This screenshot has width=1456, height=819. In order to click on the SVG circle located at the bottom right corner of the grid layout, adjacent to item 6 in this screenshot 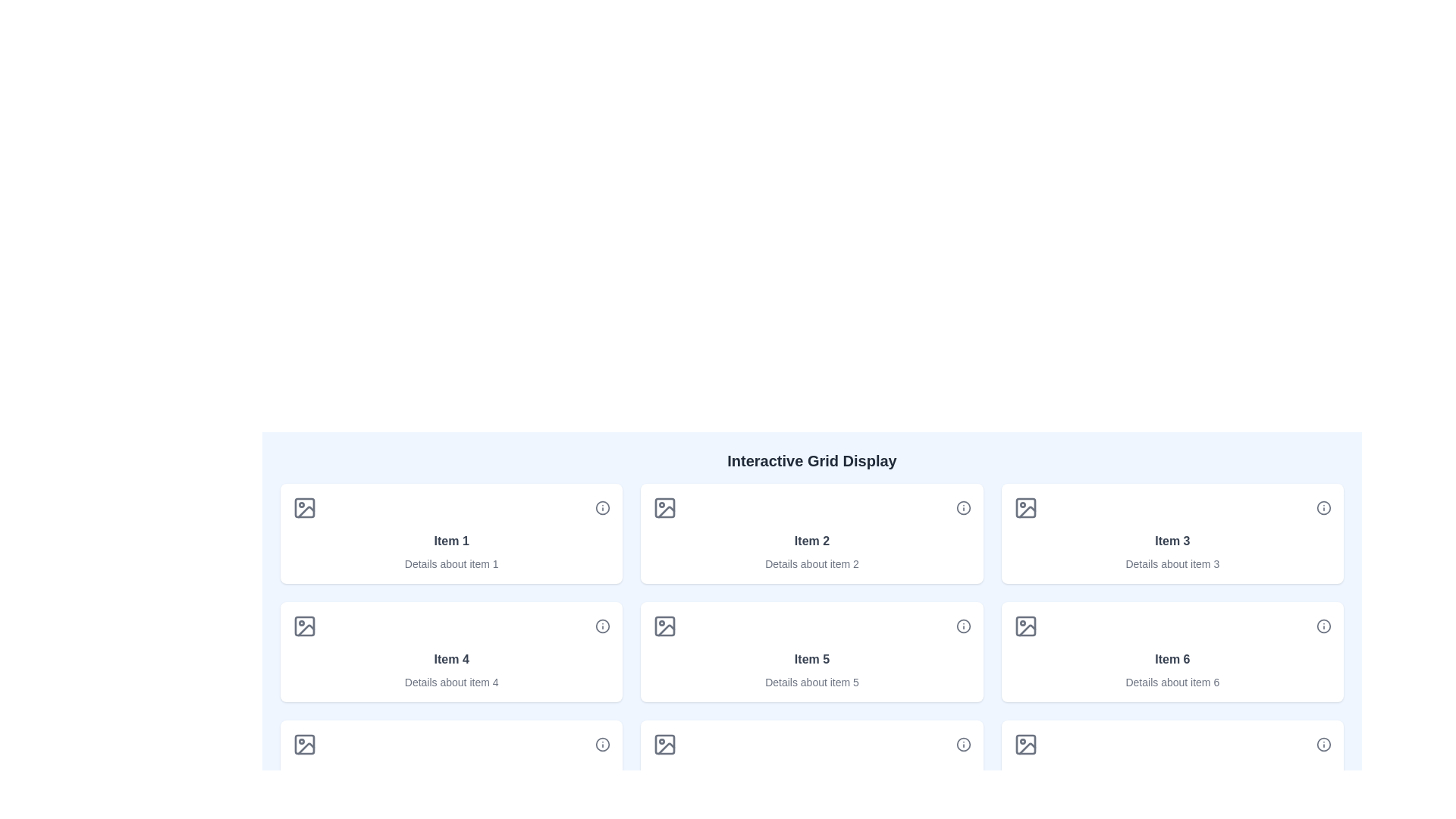, I will do `click(962, 744)`.